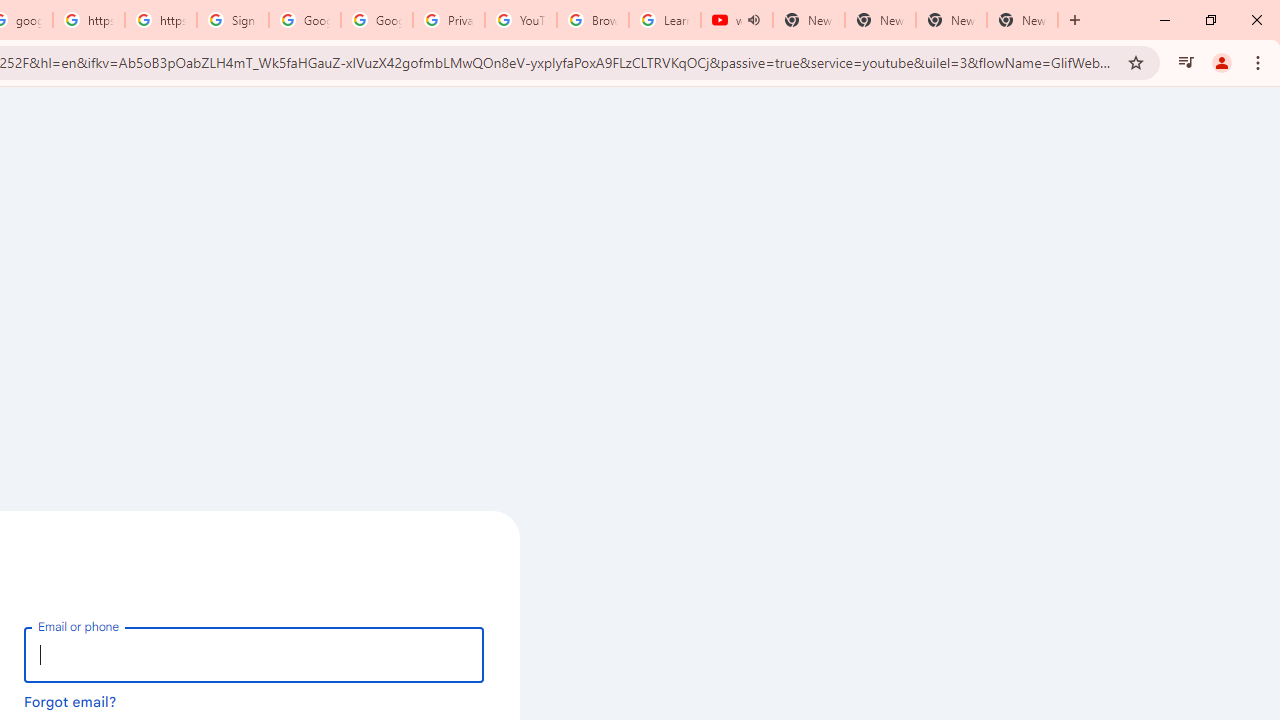 The image size is (1280, 720). Describe the element at coordinates (520, 20) in the screenshot. I see `'YouTube'` at that location.